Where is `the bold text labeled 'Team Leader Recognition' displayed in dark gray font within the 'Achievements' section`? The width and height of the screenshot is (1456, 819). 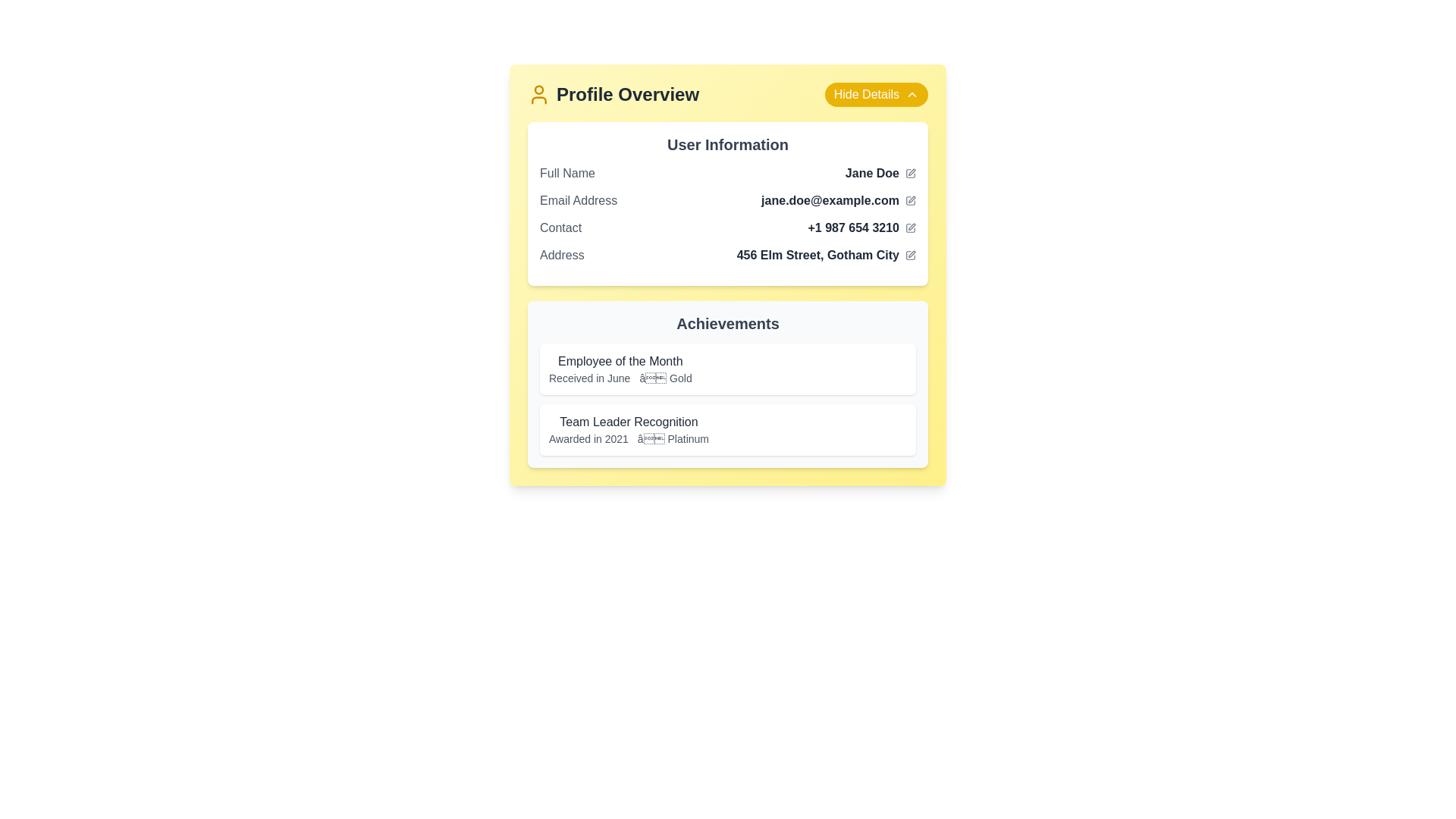 the bold text labeled 'Team Leader Recognition' displayed in dark gray font within the 'Achievements' section is located at coordinates (629, 422).